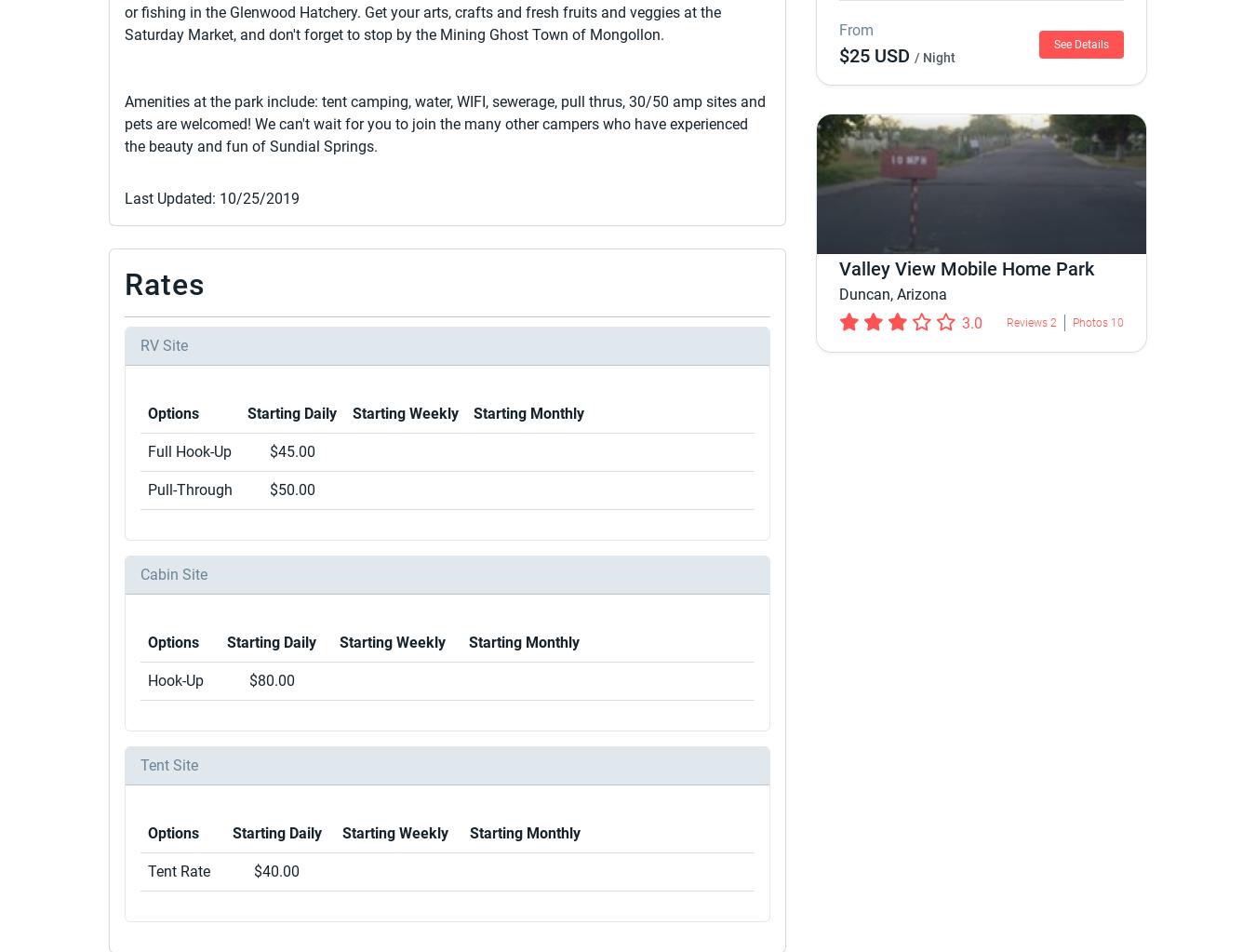 Image resolution: width=1256 pixels, height=952 pixels. What do you see at coordinates (532, 720) in the screenshot?
I see `'Nomads'` at bounding box center [532, 720].